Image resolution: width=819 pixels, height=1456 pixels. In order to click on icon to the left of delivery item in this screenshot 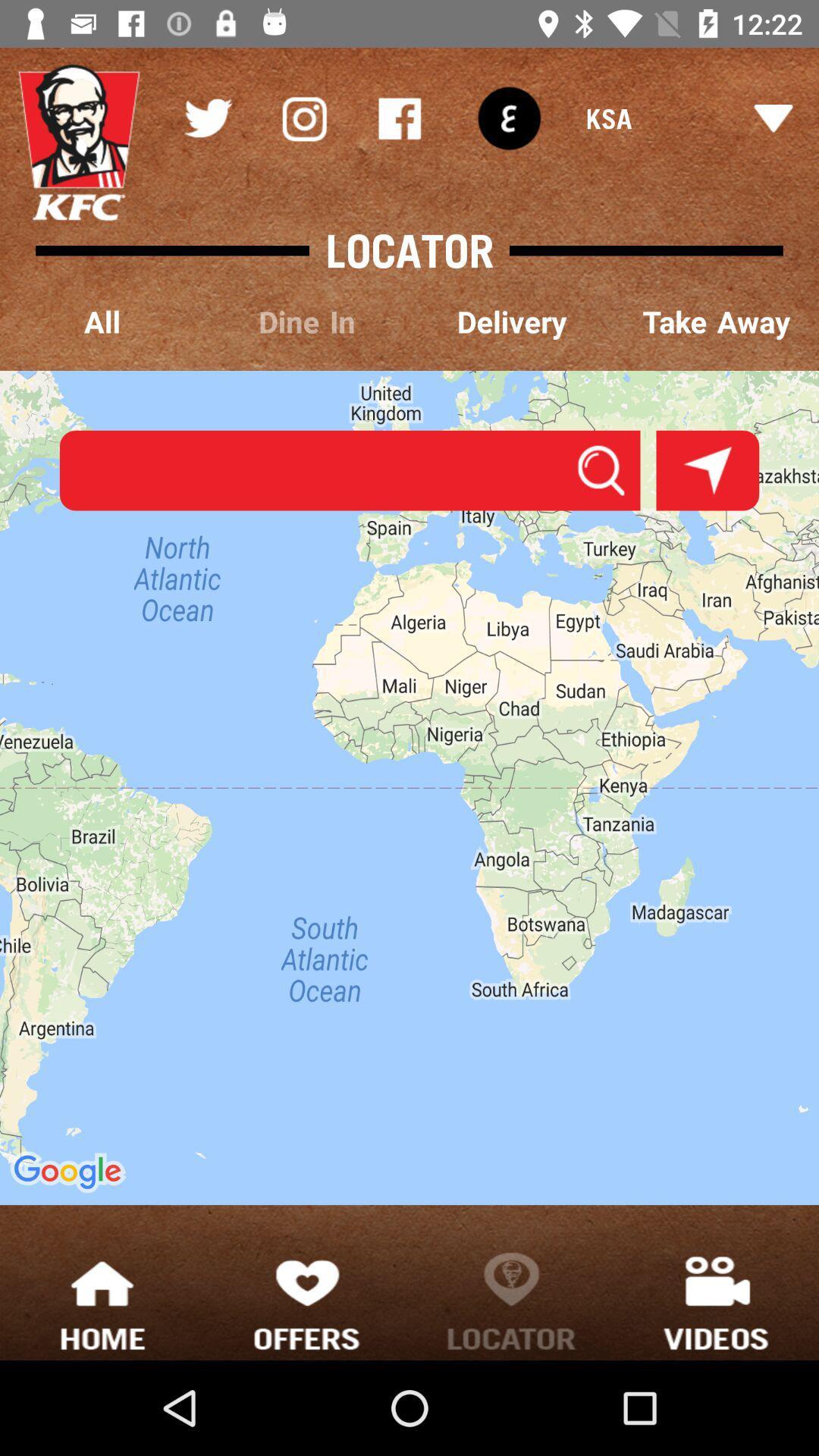, I will do `click(307, 322)`.